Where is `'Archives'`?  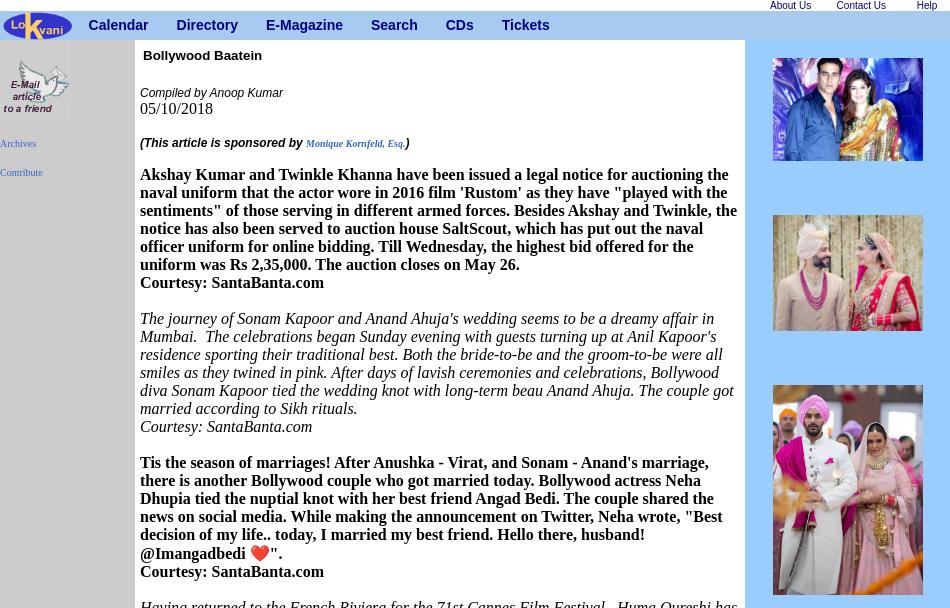
'Archives' is located at coordinates (0, 142).